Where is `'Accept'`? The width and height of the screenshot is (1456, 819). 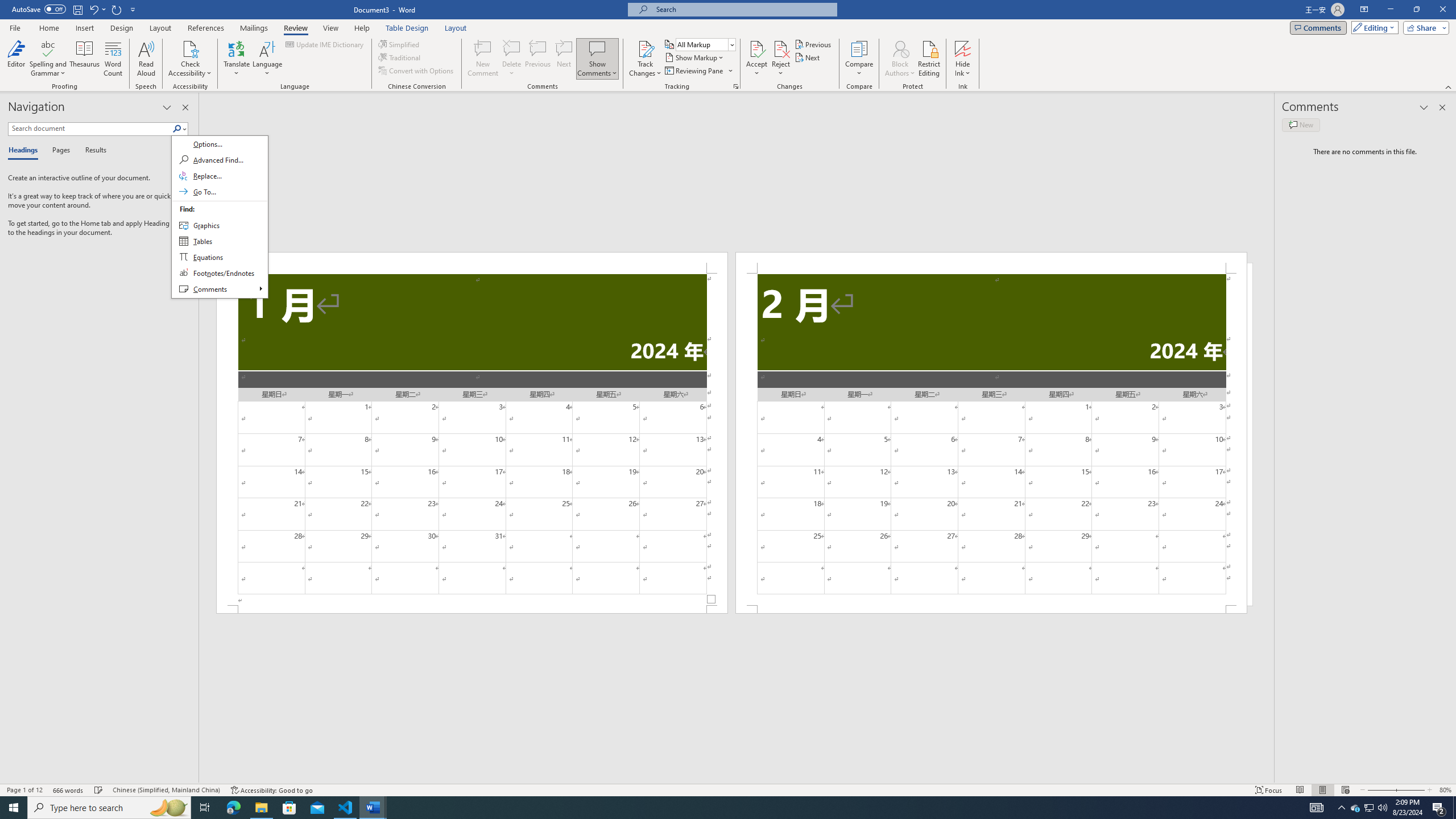
'Accept' is located at coordinates (756, 59).